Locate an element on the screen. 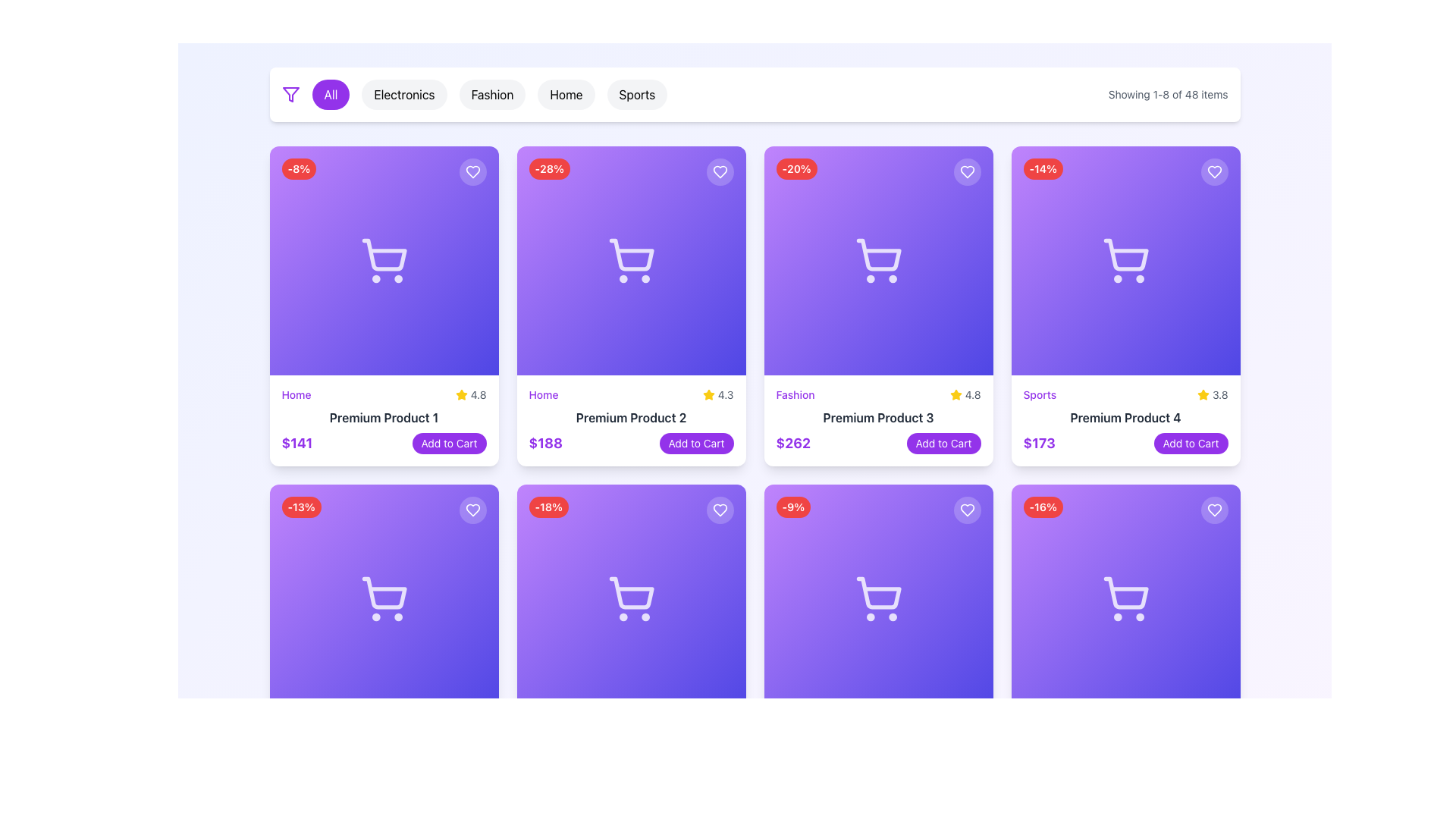 This screenshot has height=819, width=1456. the heart icon button located at the top right corner of the card for 'Premium Product 3' to favorite the item is located at coordinates (966, 510).